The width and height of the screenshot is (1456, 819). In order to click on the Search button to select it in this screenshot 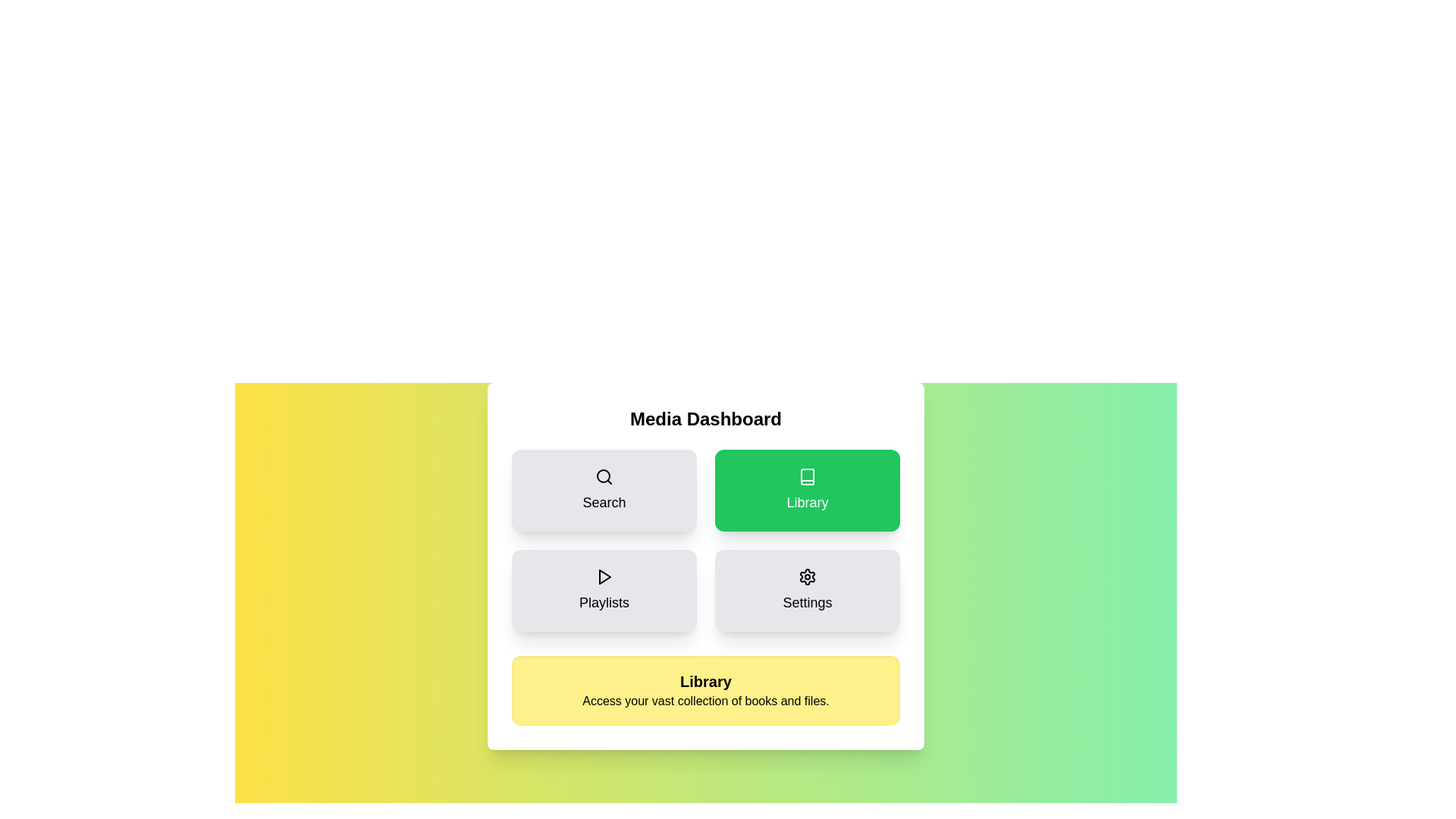, I will do `click(603, 491)`.